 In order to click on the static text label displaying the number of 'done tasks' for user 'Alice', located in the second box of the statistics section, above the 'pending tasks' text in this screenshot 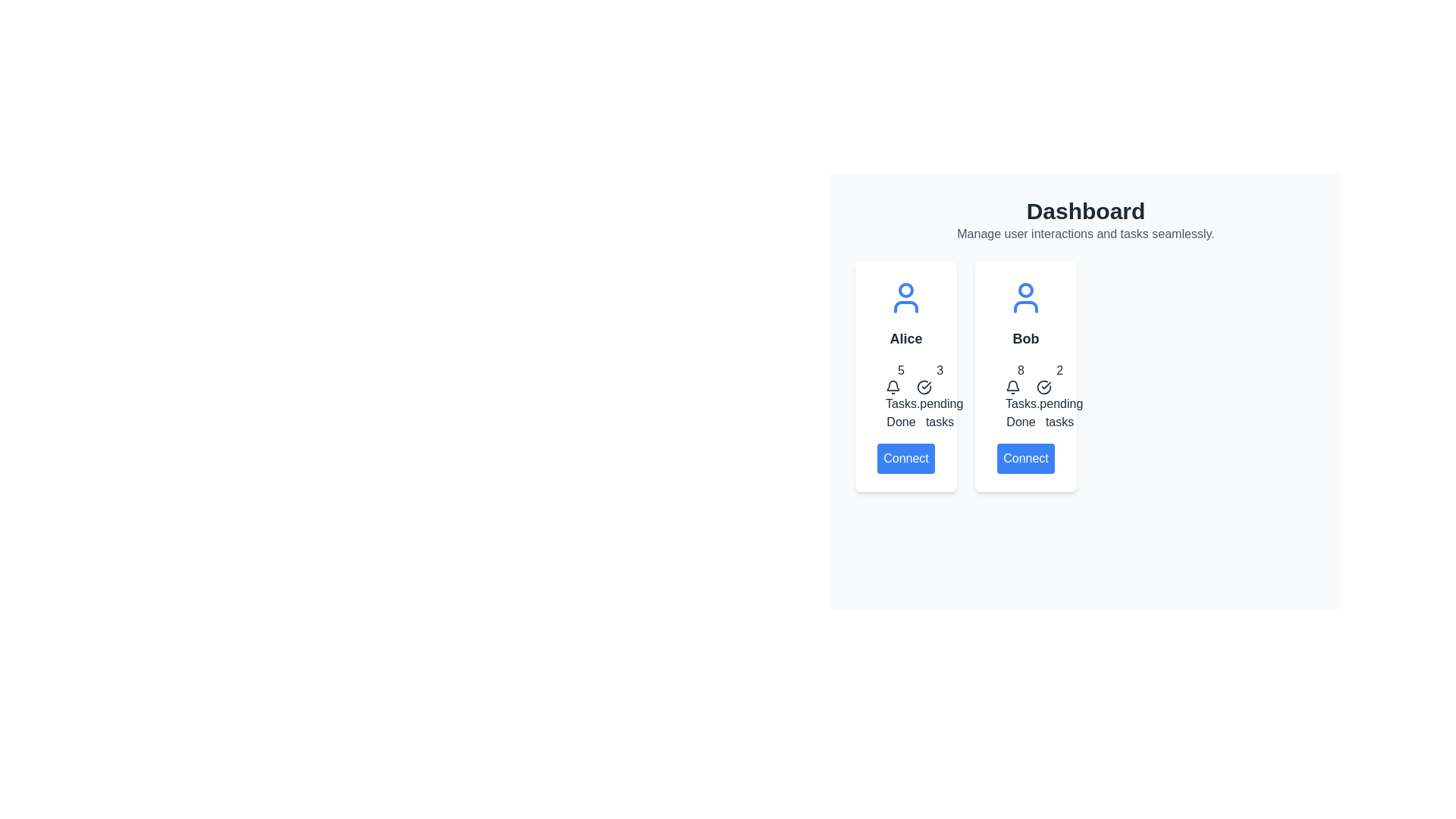, I will do `click(939, 371)`.